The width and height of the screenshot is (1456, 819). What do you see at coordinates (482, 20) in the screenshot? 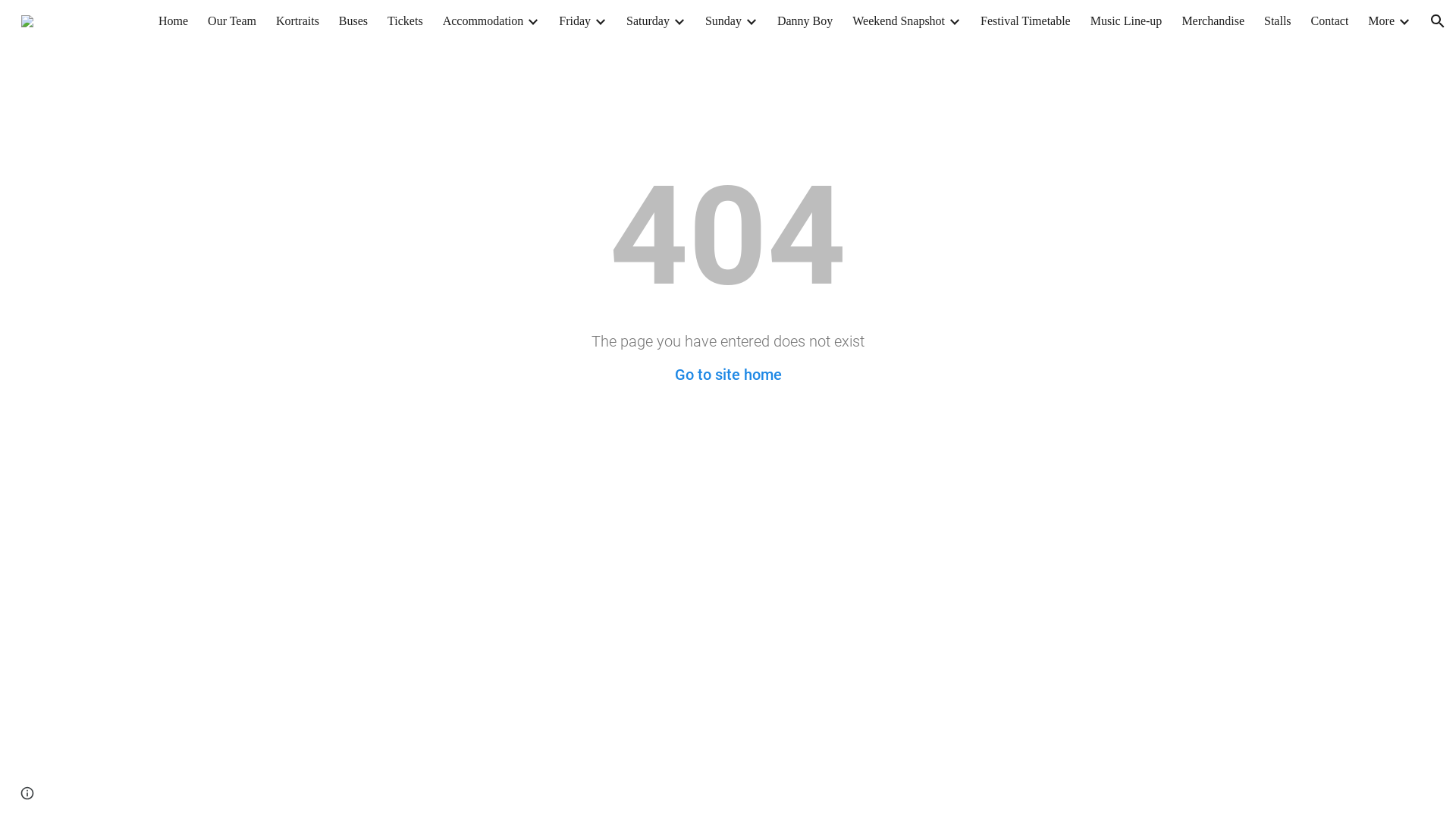
I see `'Accommodation'` at bounding box center [482, 20].